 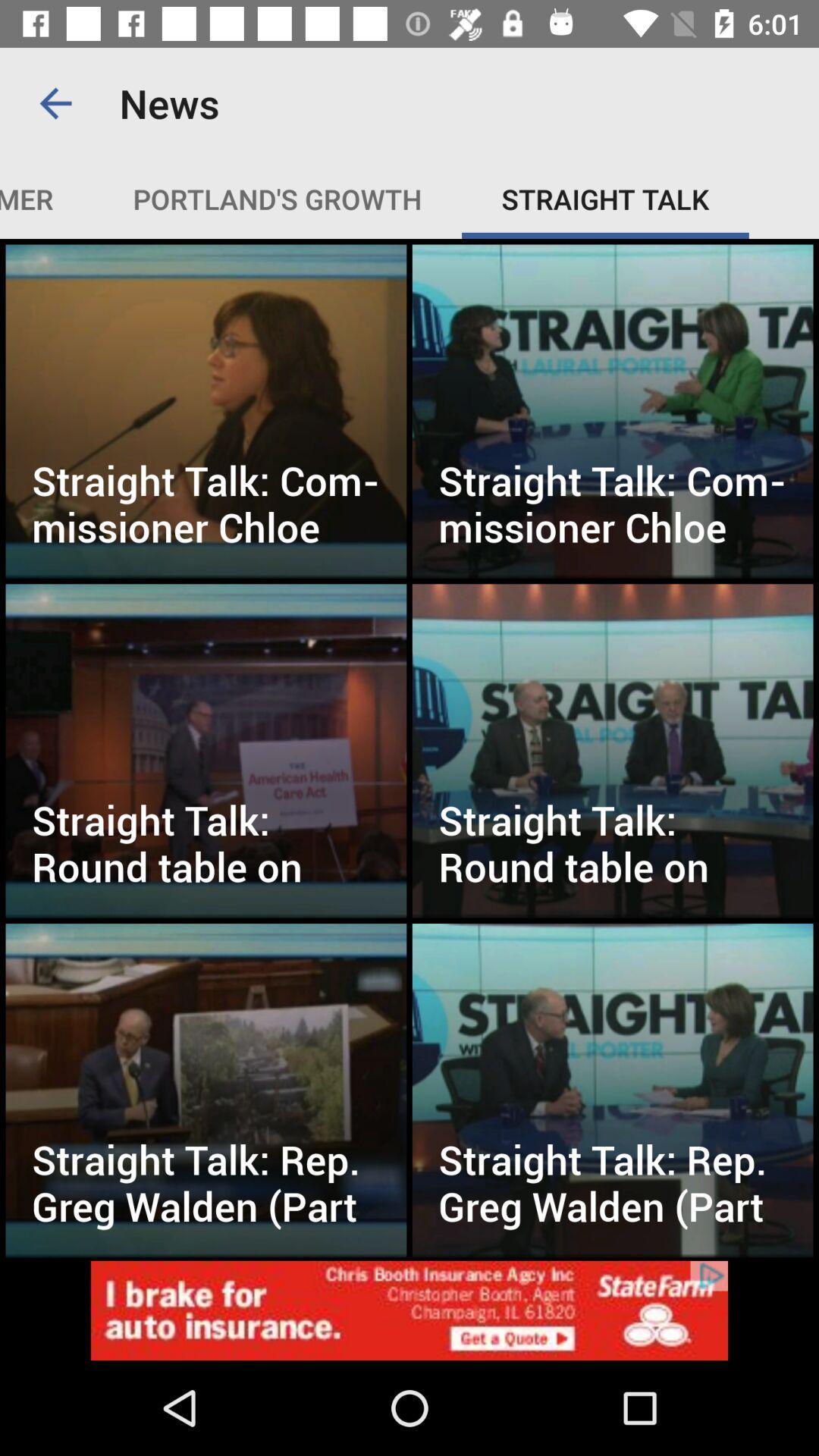 I want to click on click advertisement, so click(x=409, y=1310).